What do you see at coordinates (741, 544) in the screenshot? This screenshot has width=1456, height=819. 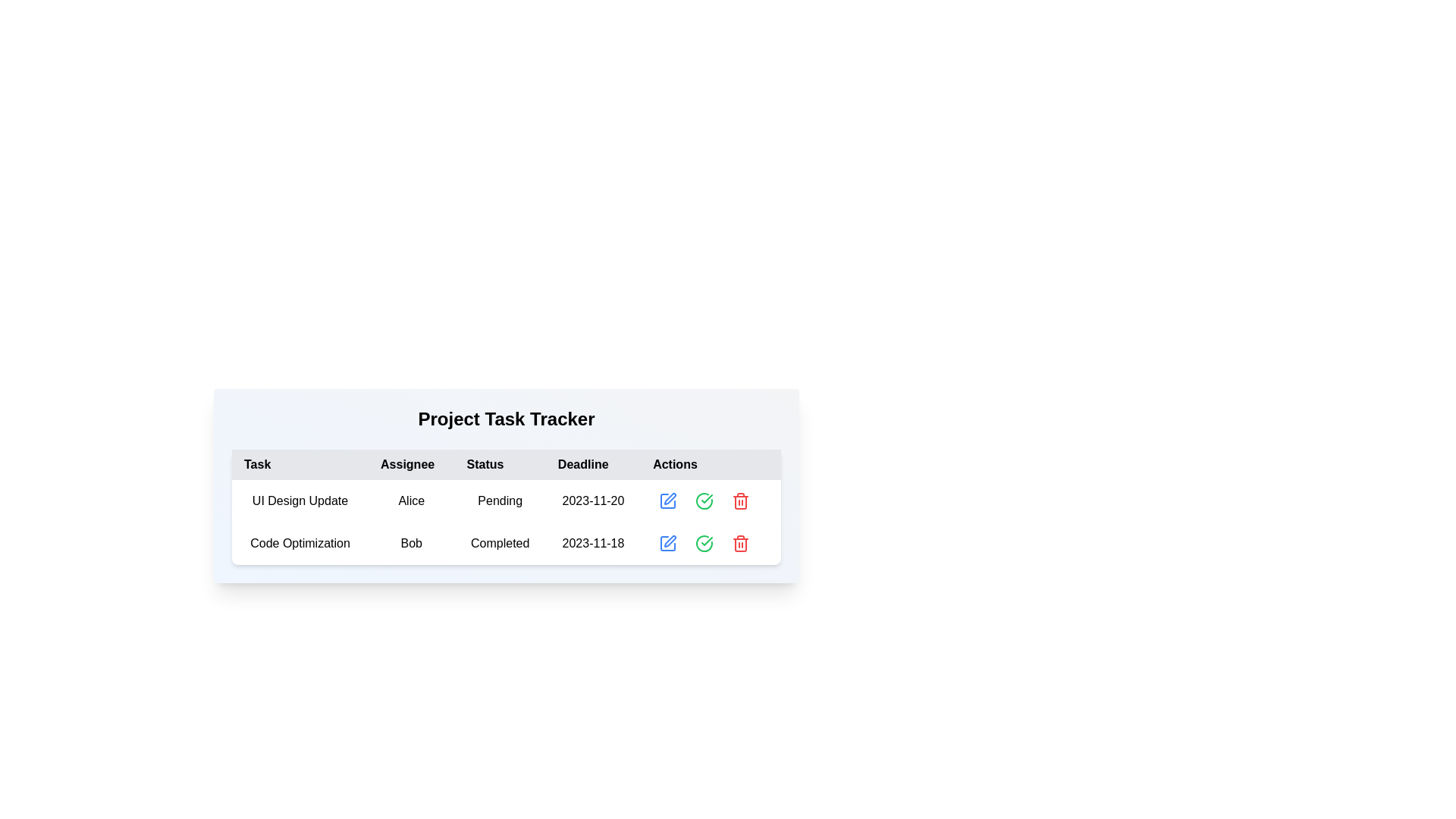 I see `the vertical rectangle forming the main body of the trash icon located in the 'Actions' column of the second row in the table` at bounding box center [741, 544].